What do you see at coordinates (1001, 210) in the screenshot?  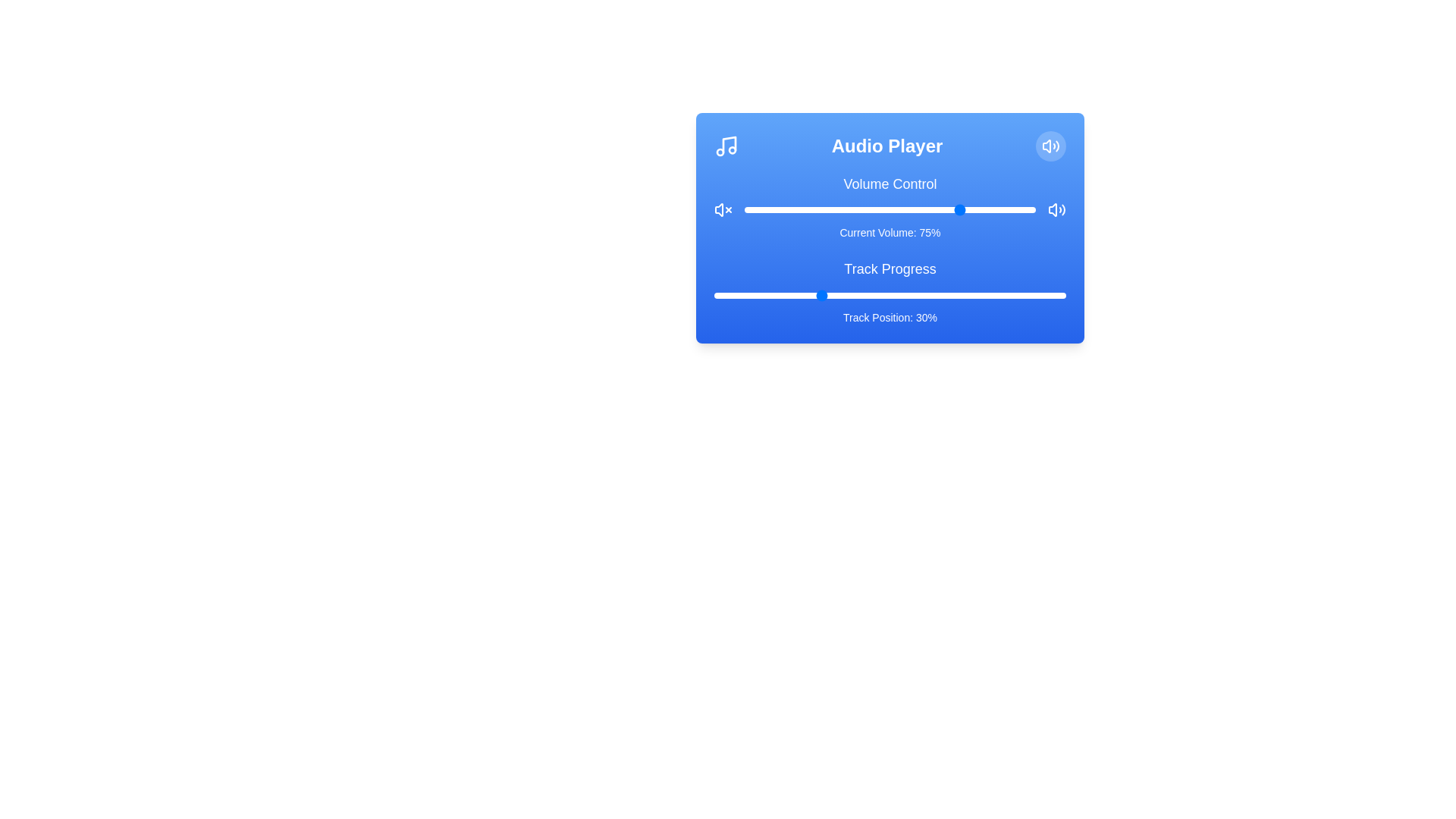 I see `volume` at bounding box center [1001, 210].